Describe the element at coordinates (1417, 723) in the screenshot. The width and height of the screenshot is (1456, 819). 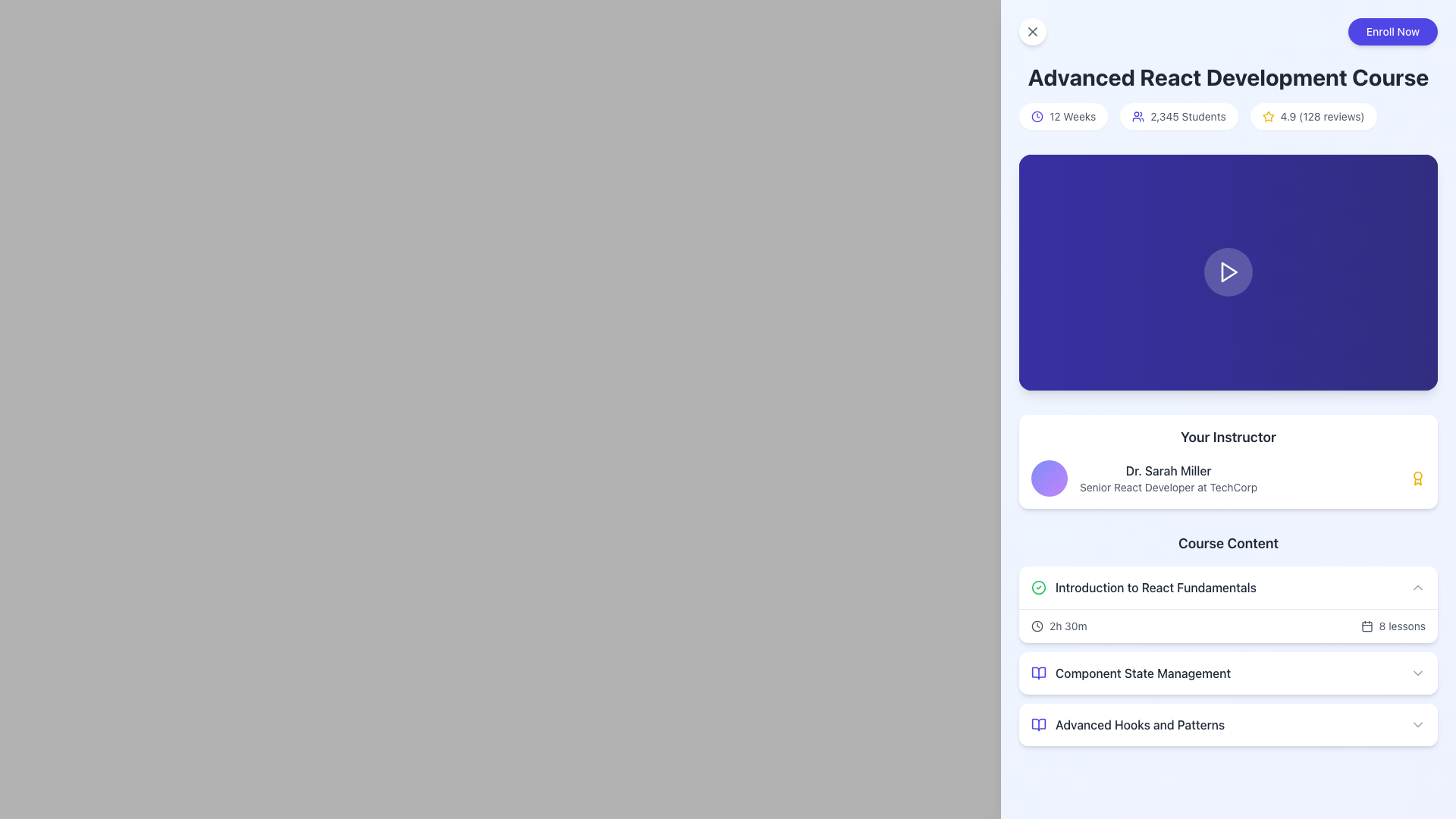
I see `the icon located on the far right side of the 'Advanced Hooks and Patterns' section` at that location.